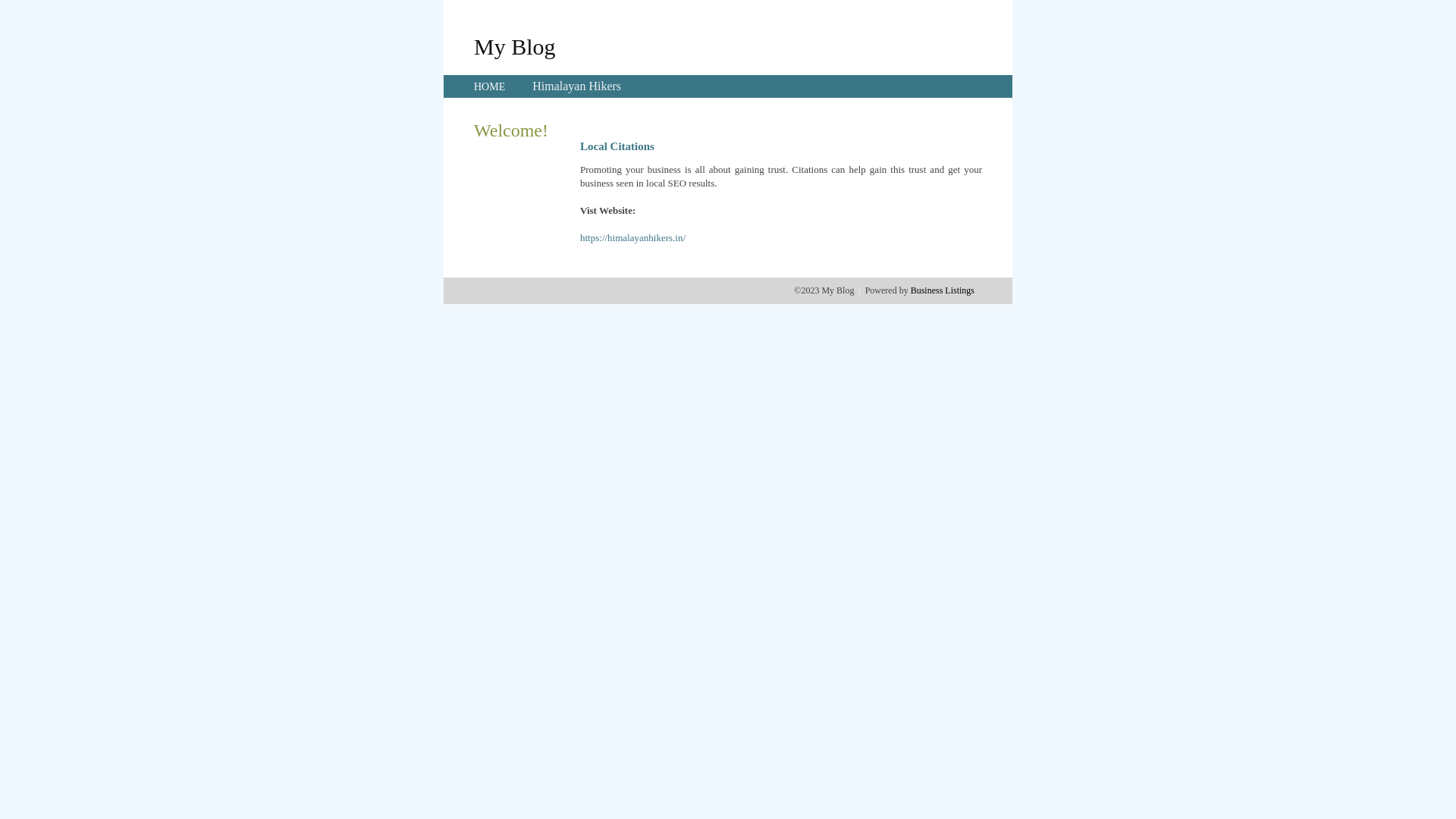 The width and height of the screenshot is (1456, 819). I want to click on 'https://himalayanhikers.in/', so click(579, 237).